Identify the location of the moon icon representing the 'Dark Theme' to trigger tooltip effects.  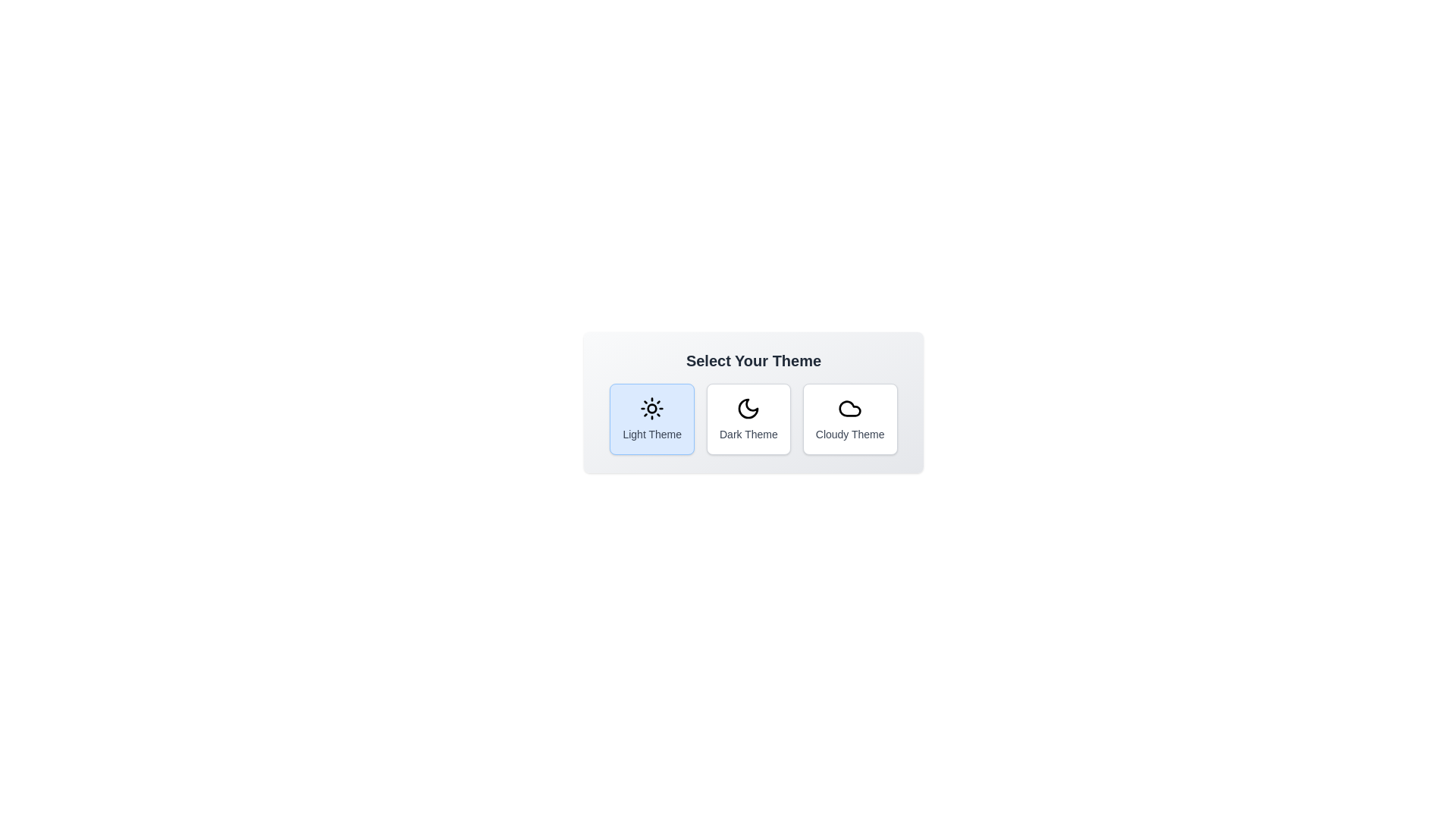
(748, 408).